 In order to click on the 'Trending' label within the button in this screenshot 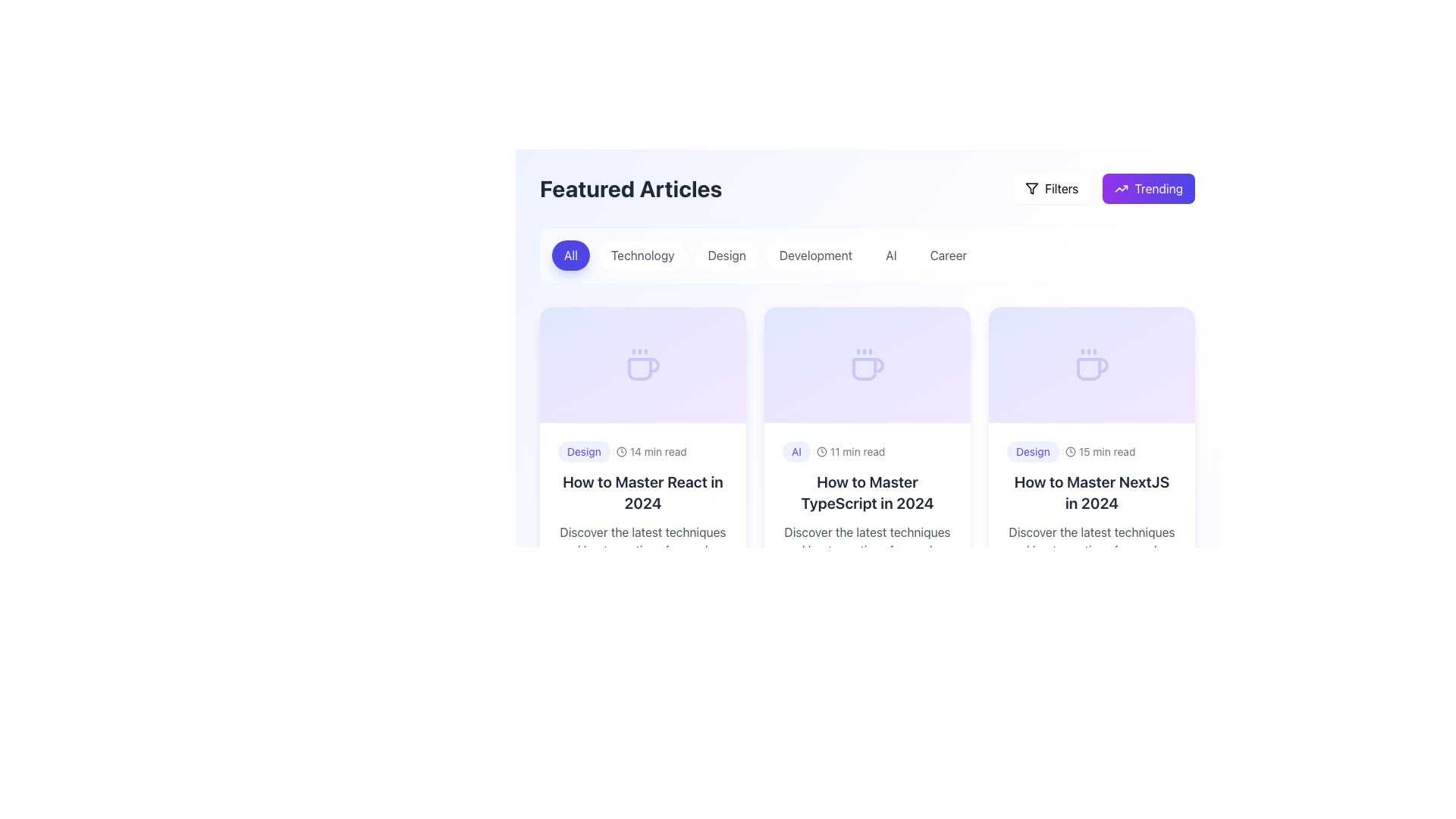, I will do `click(1158, 188)`.